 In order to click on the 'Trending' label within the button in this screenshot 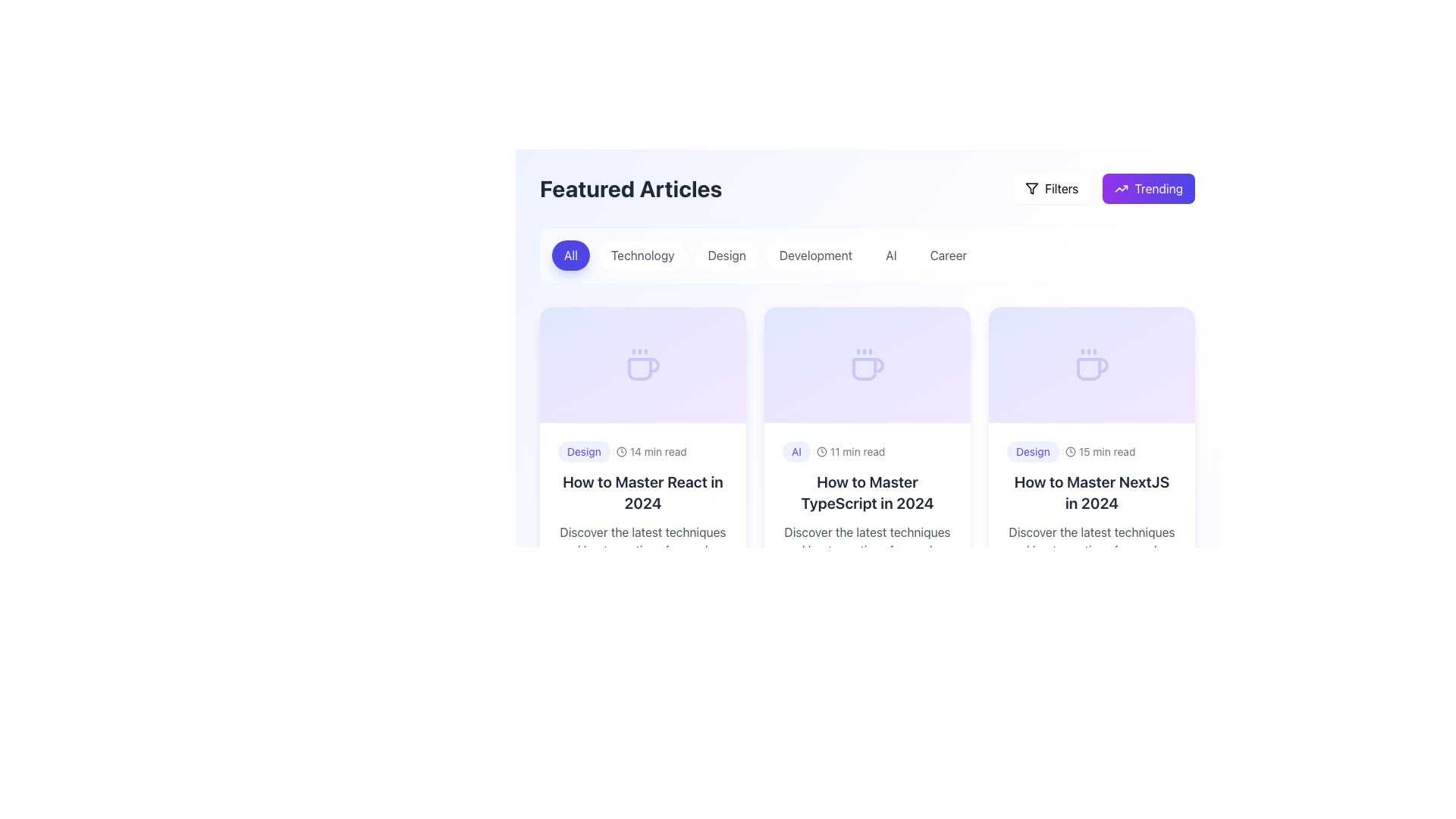, I will do `click(1158, 188)`.